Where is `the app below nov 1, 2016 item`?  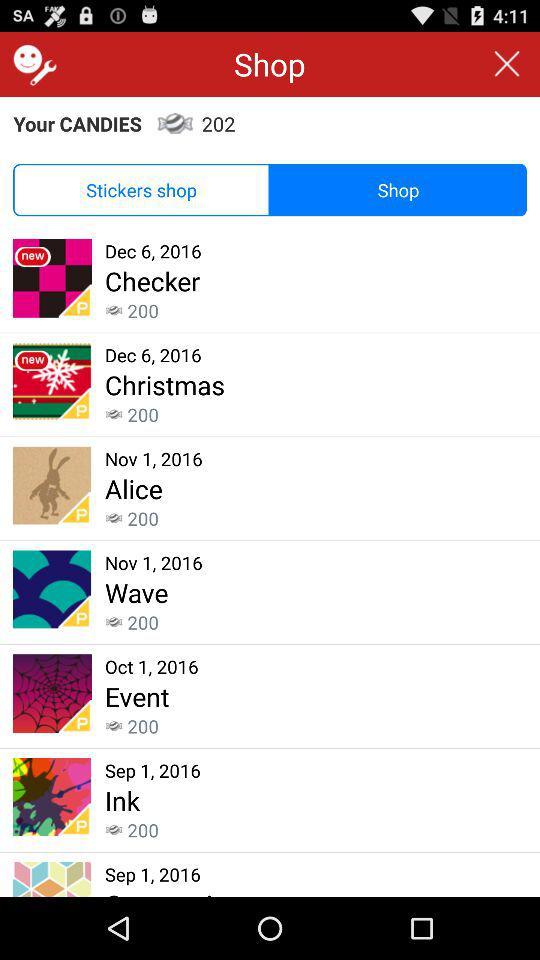
the app below nov 1, 2016 item is located at coordinates (135, 592).